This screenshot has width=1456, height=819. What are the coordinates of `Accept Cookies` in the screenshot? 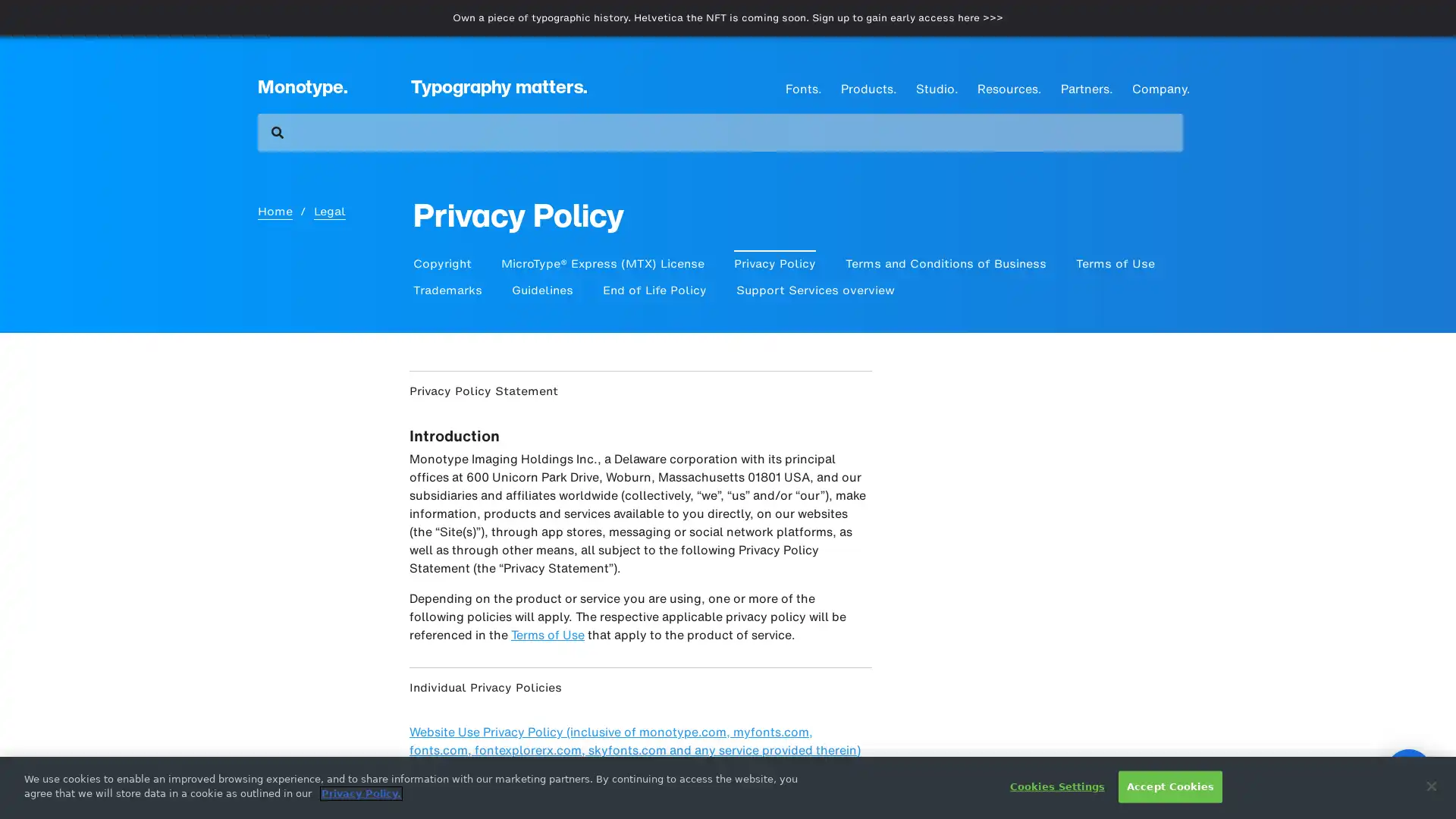 It's located at (1169, 786).